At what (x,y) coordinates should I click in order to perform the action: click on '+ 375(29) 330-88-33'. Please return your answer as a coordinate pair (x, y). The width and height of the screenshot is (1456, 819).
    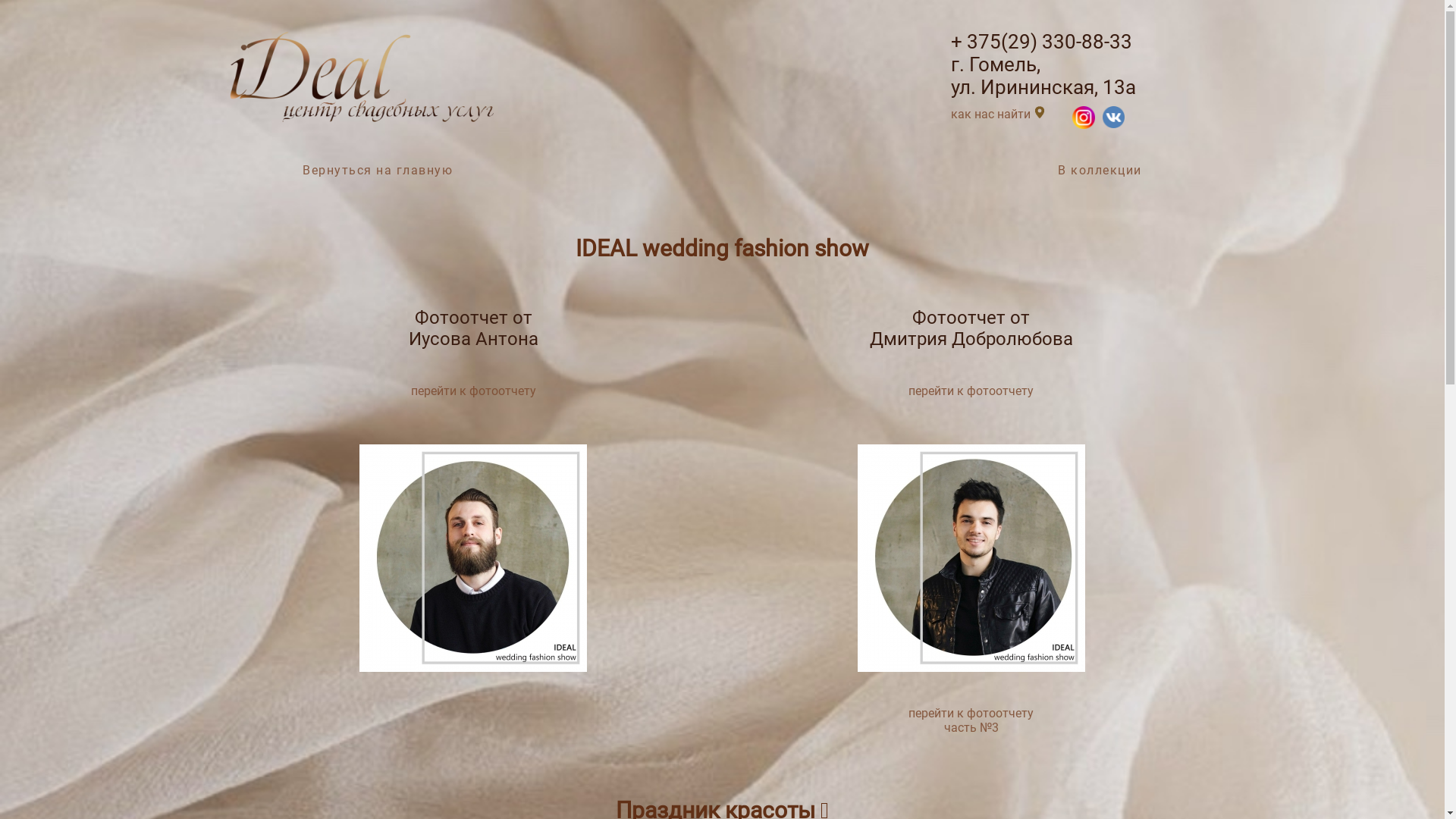
    Looking at the image, I should click on (1040, 40).